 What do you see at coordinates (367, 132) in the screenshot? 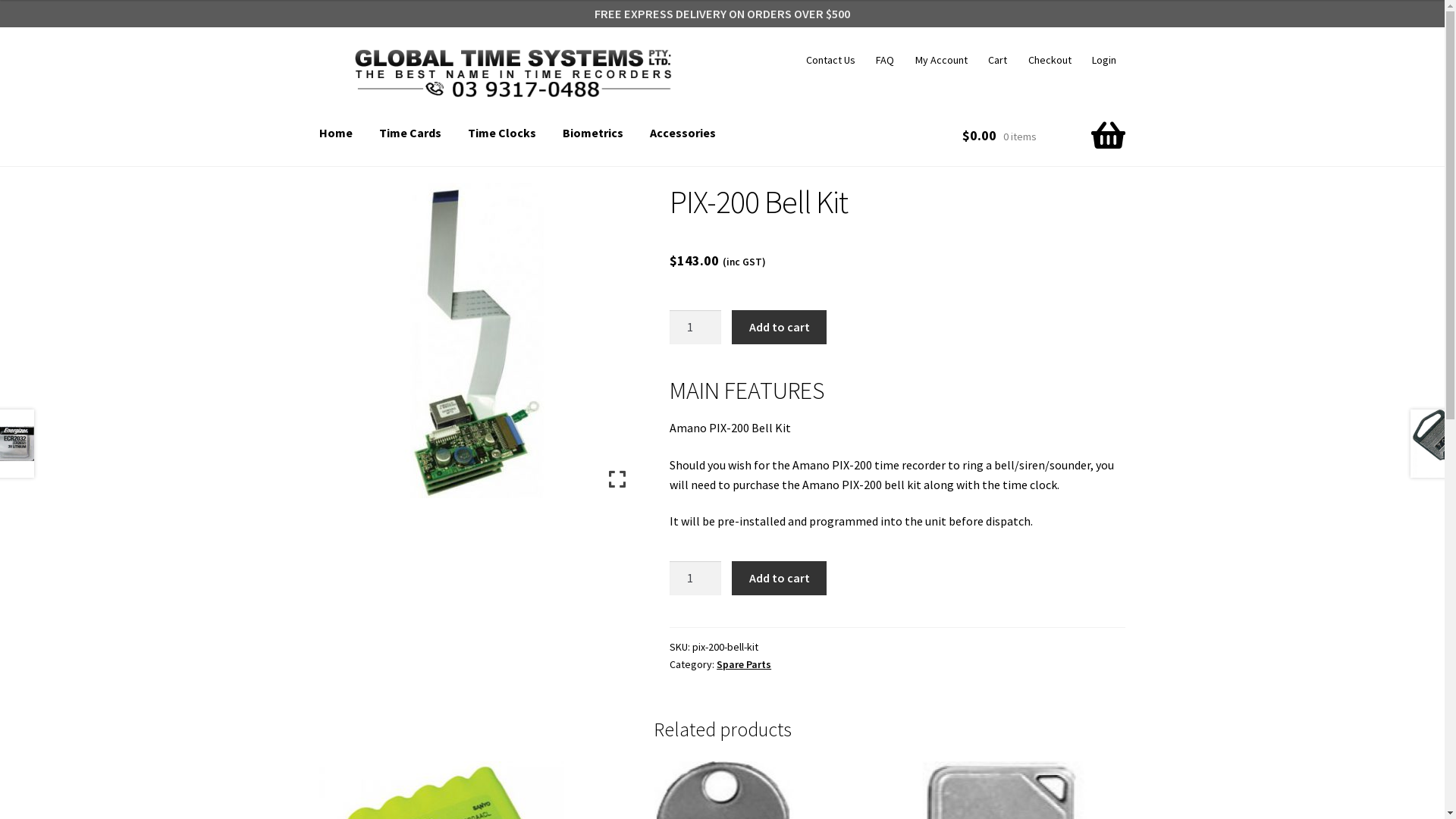
I see `'Time Cards'` at bounding box center [367, 132].